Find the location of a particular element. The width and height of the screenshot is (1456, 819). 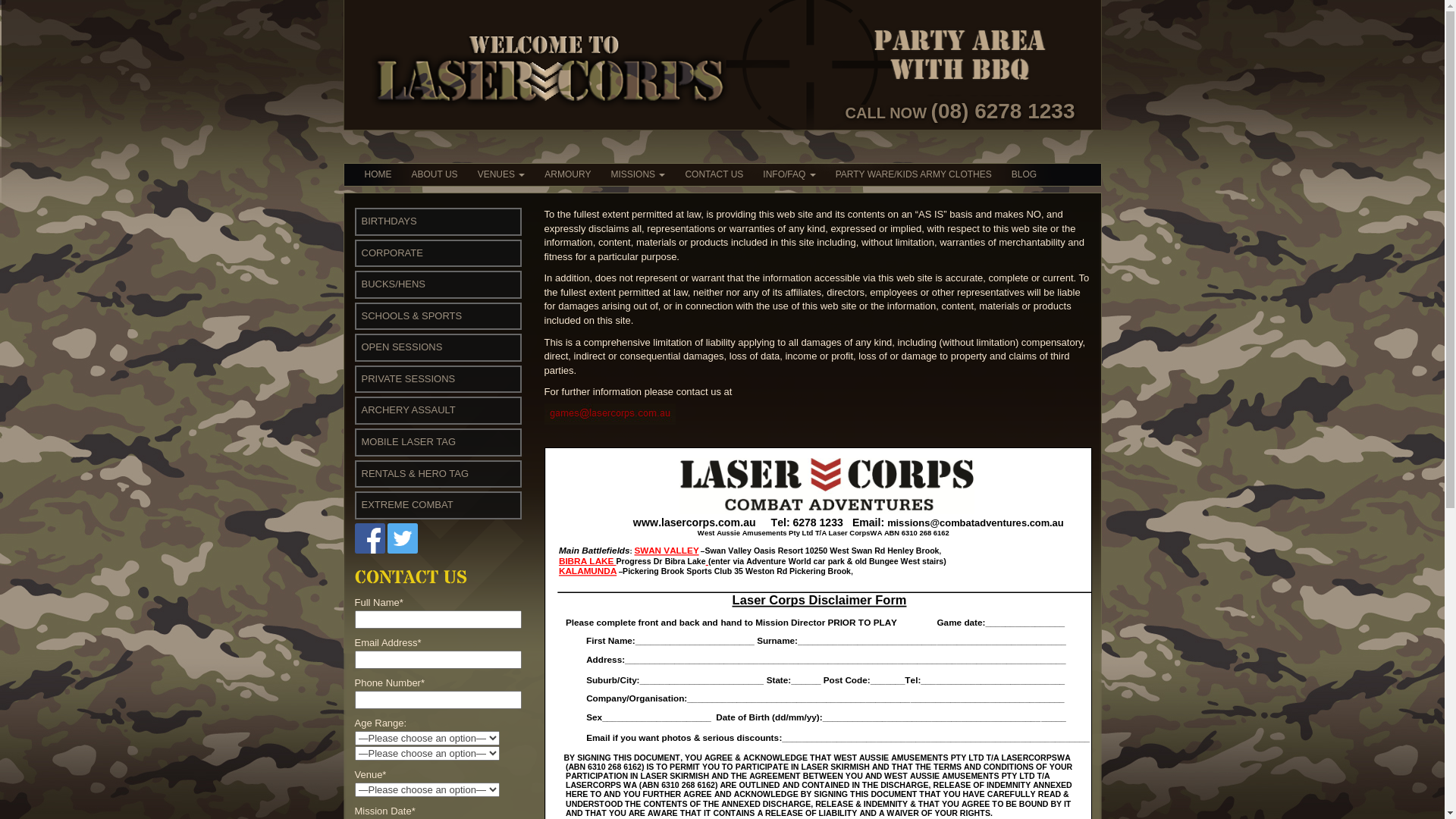

'RENTALS & HERO TAG' is located at coordinates (359, 472).